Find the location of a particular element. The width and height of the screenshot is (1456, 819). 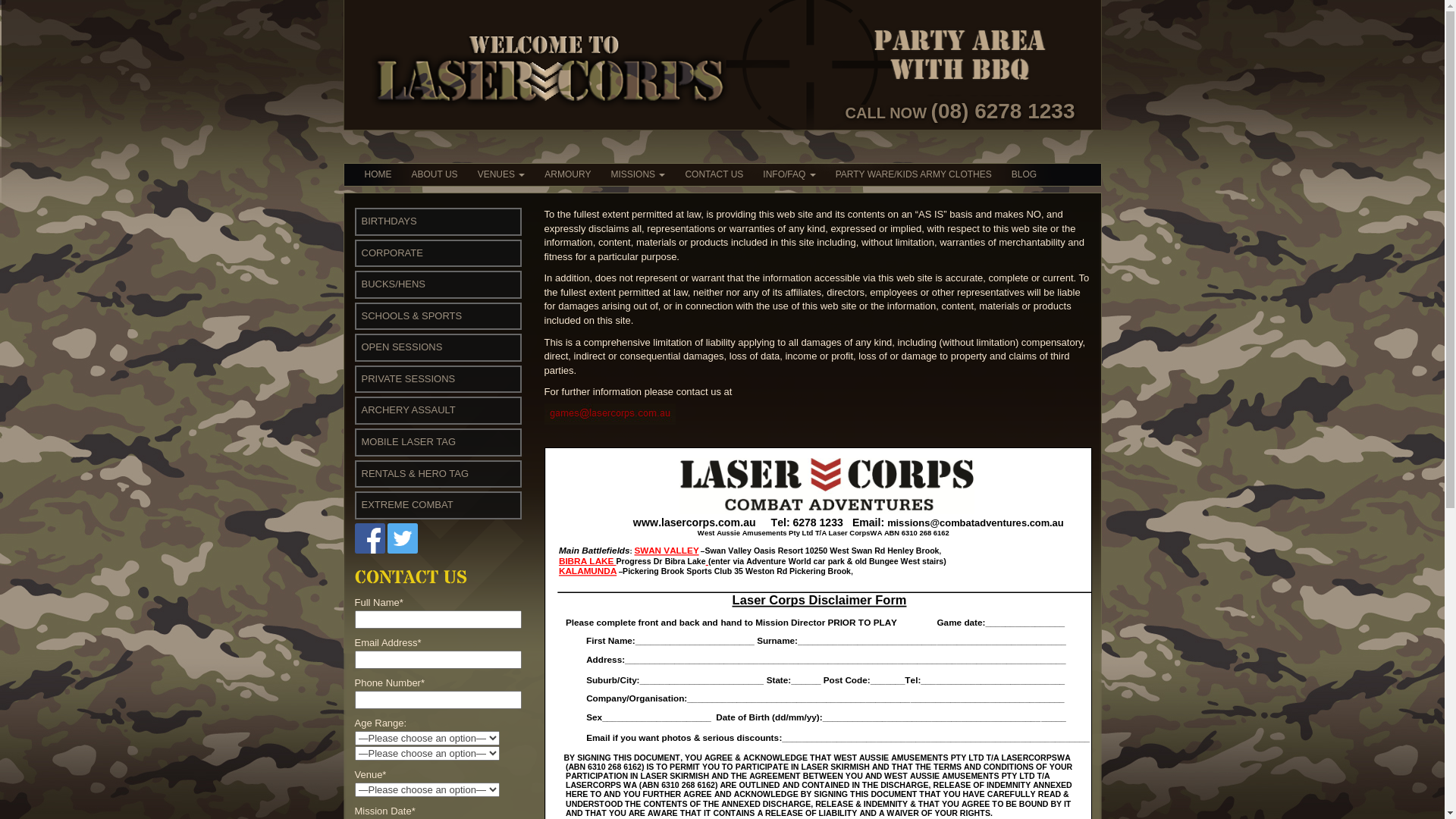

'RENTALS & HERO TAG' is located at coordinates (359, 472).